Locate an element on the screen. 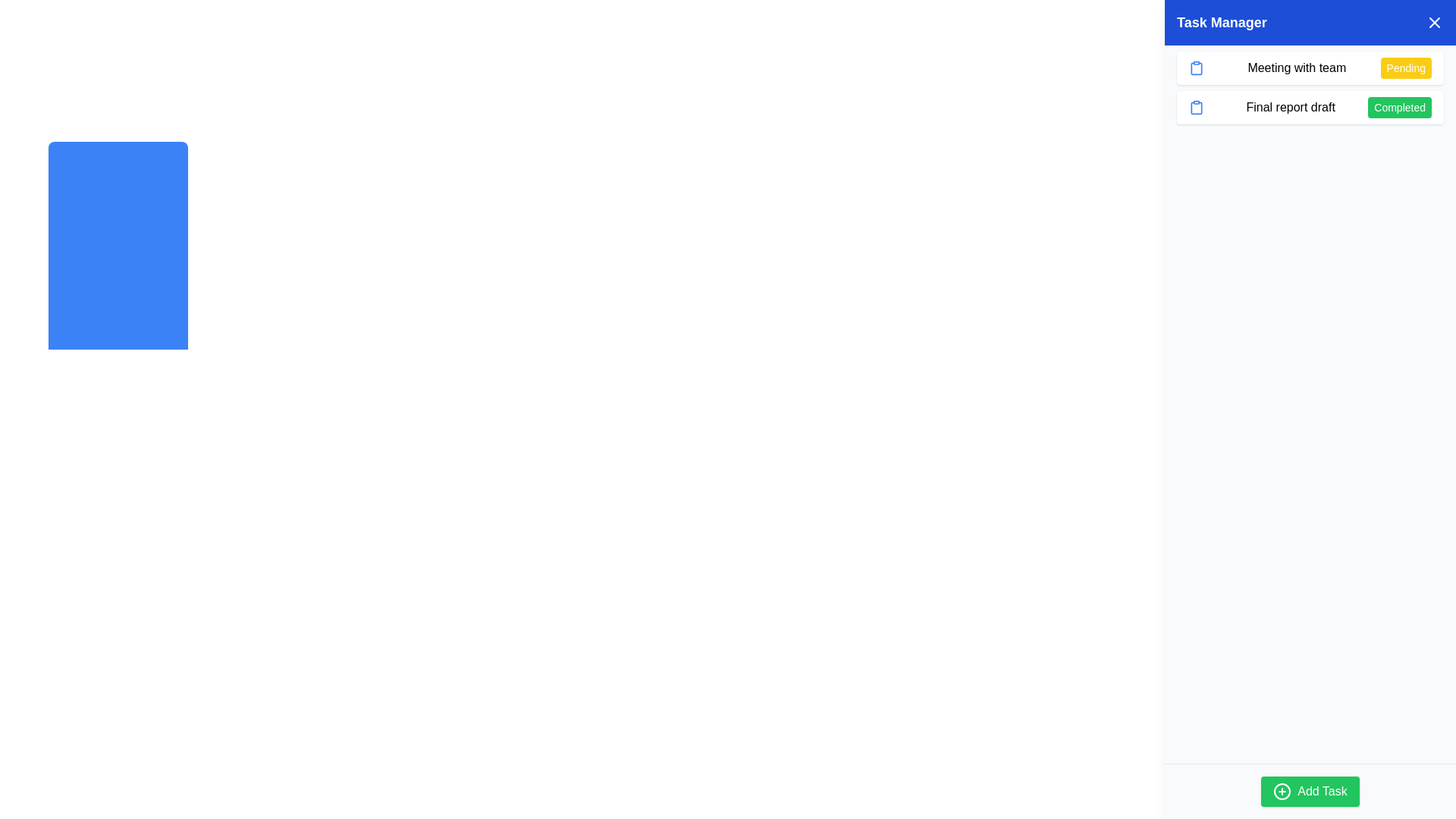 The width and height of the screenshot is (1456, 819). the task title label located second from the top is located at coordinates (1290, 107).